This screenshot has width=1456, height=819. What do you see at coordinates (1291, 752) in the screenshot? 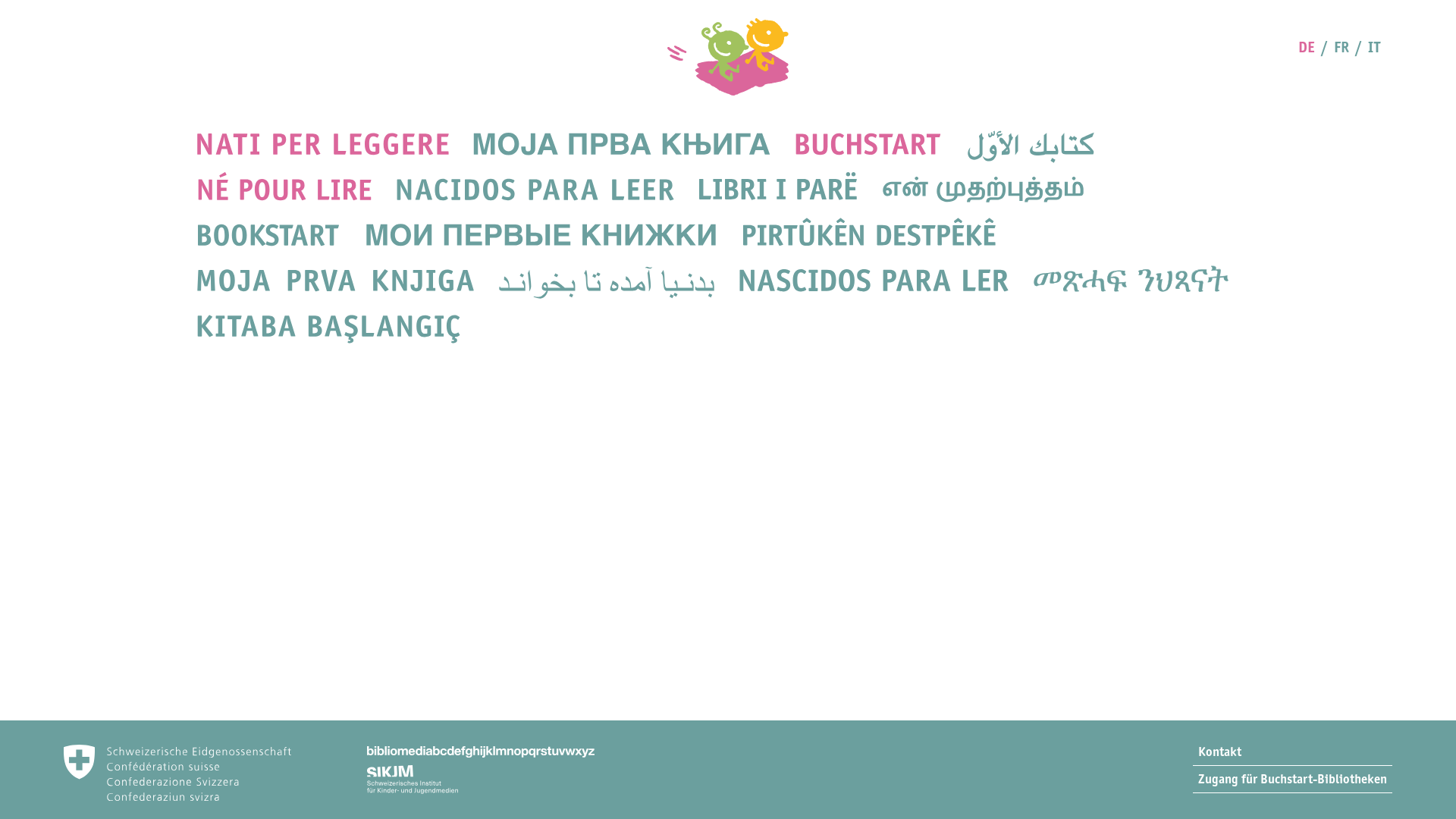
I see `'Kontakt'` at bounding box center [1291, 752].